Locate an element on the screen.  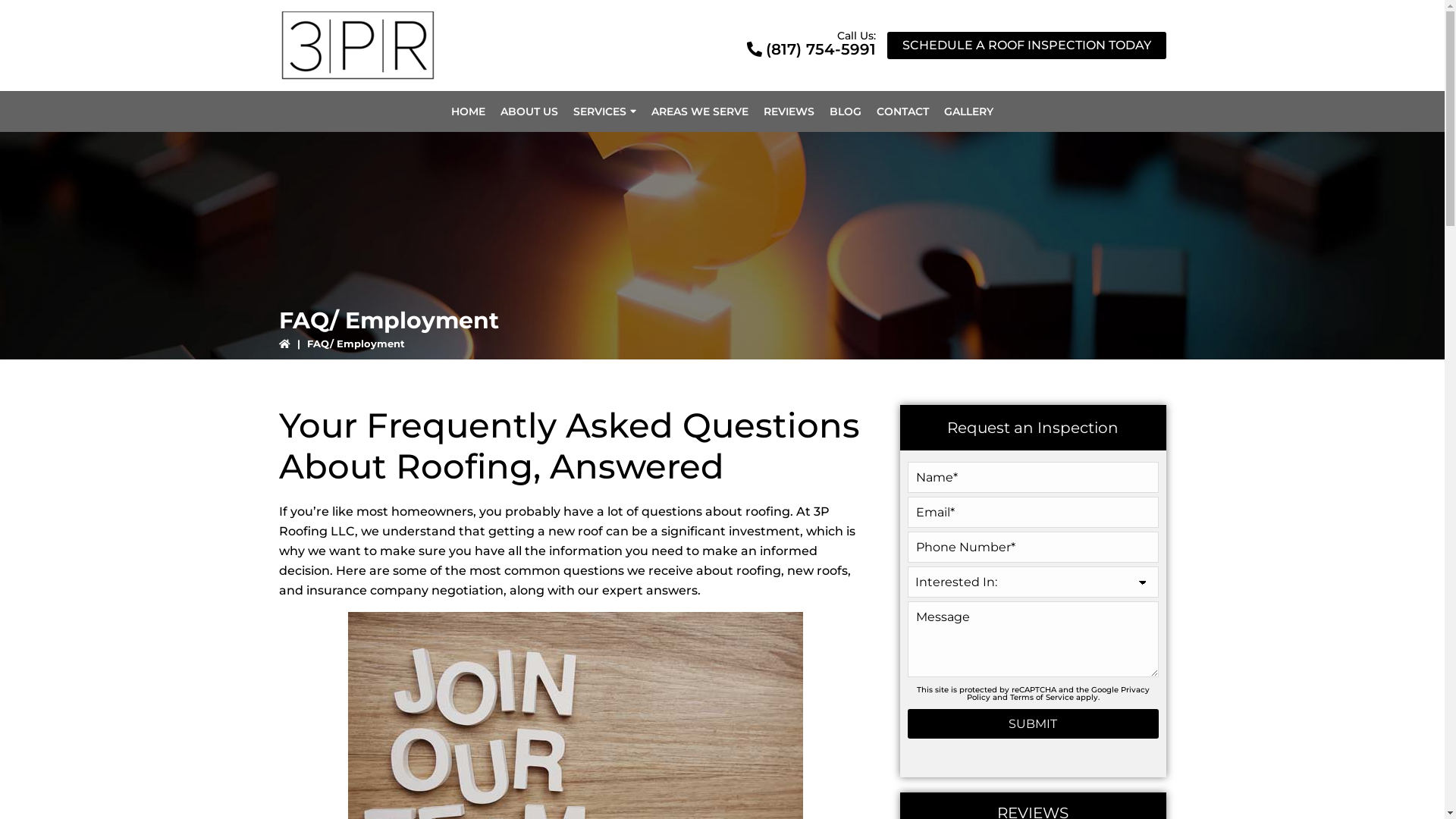
'Privacy Policy' is located at coordinates (1056, 693).